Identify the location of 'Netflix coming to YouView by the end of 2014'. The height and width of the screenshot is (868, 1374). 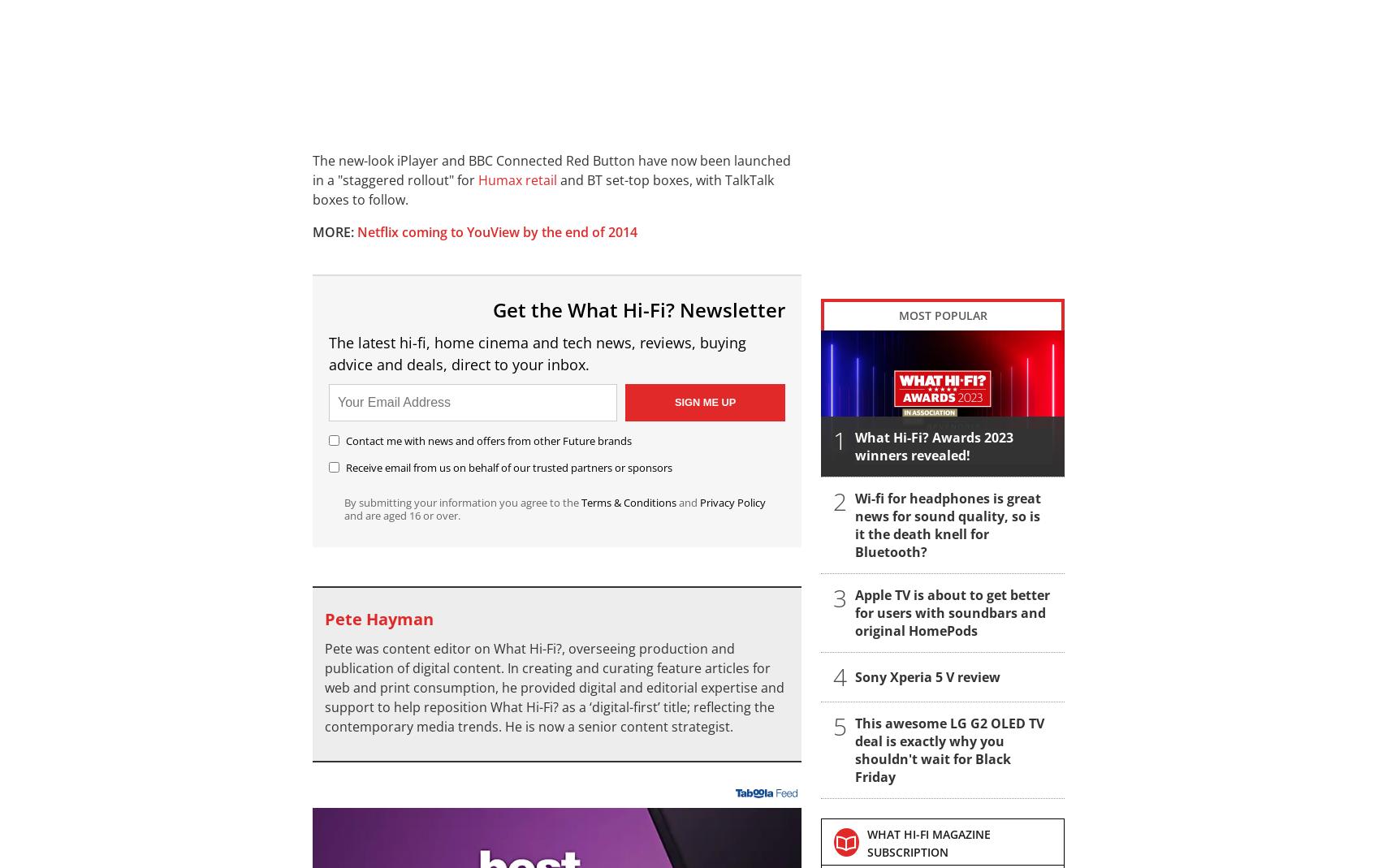
(496, 231).